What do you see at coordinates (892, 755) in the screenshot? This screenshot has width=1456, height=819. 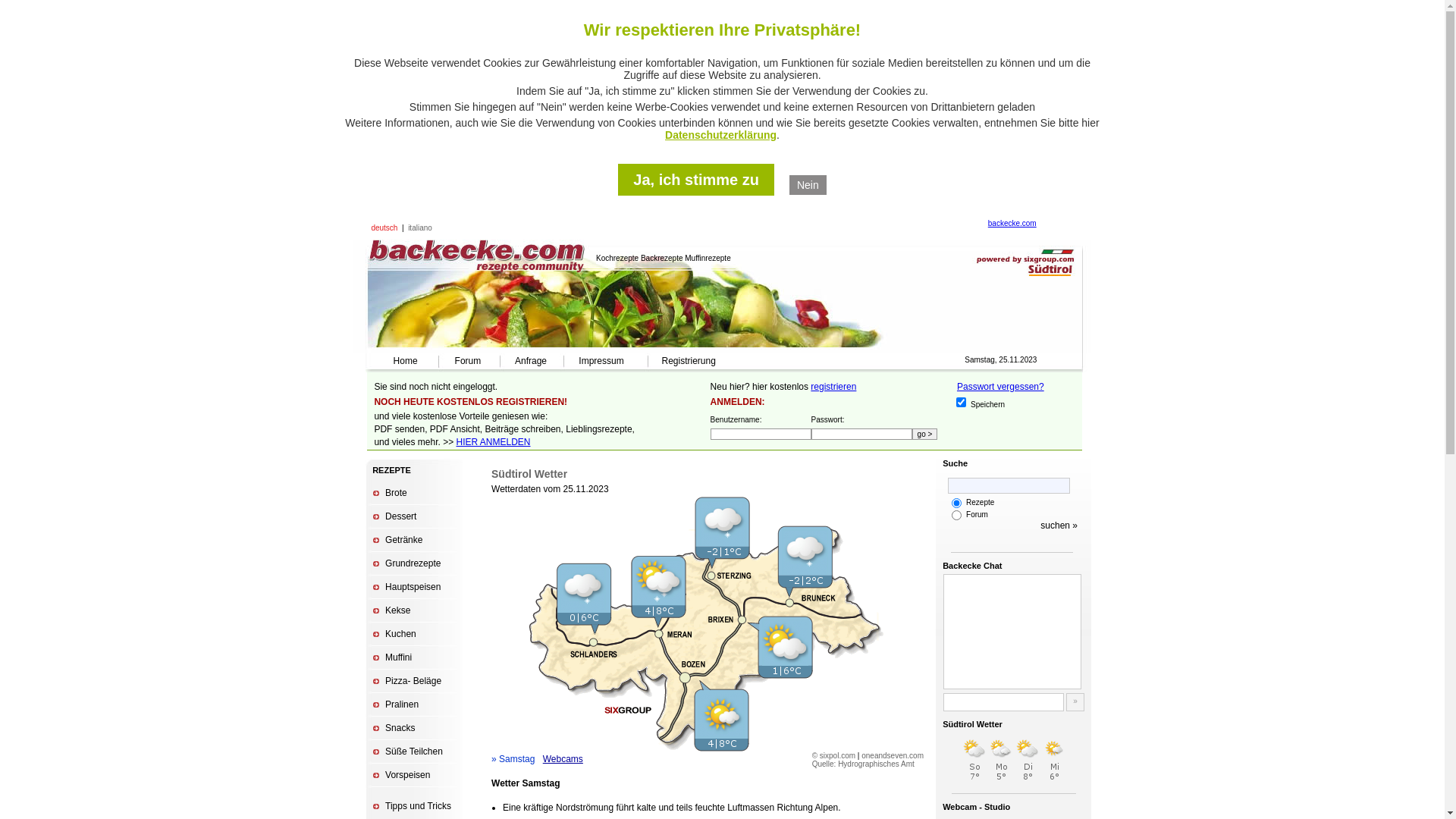 I see `'oneandseven.com'` at bounding box center [892, 755].